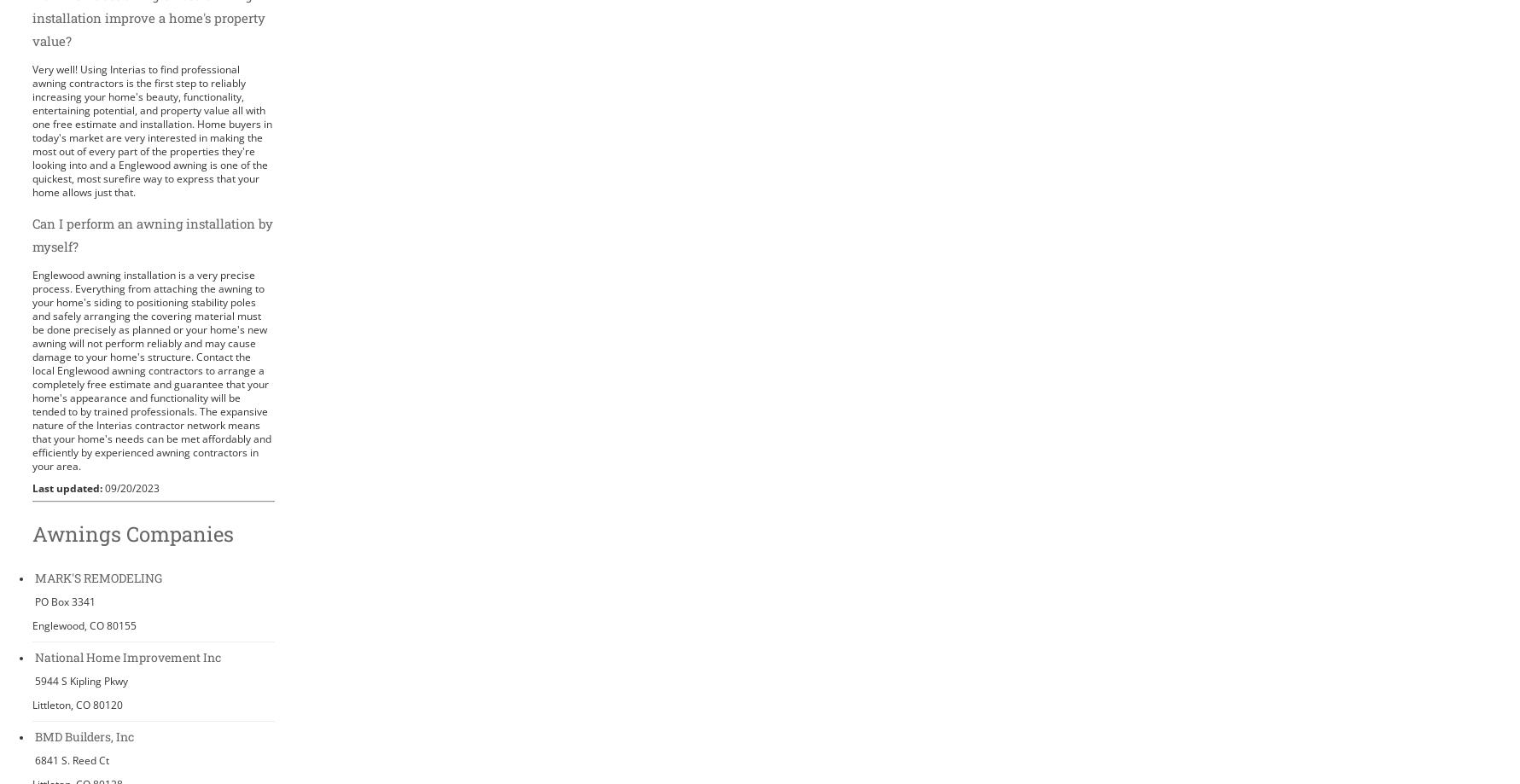 Image resolution: width=1520 pixels, height=784 pixels. I want to click on 'BMD Builders, Inc', so click(84, 735).